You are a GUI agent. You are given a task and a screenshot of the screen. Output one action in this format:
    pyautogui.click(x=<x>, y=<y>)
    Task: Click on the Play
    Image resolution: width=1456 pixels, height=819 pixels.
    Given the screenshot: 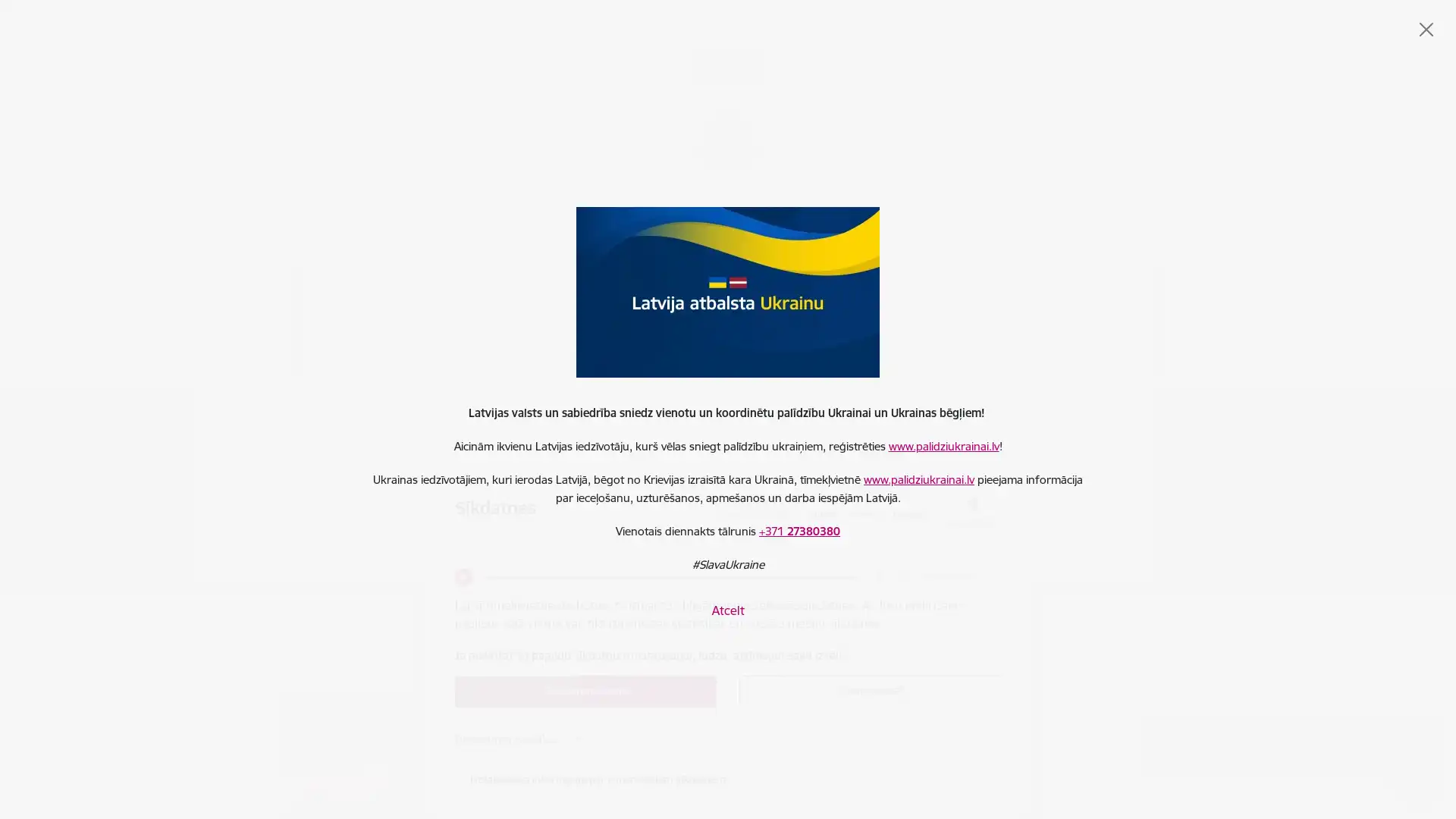 What is the action you would take?
    pyautogui.click(x=462, y=576)
    